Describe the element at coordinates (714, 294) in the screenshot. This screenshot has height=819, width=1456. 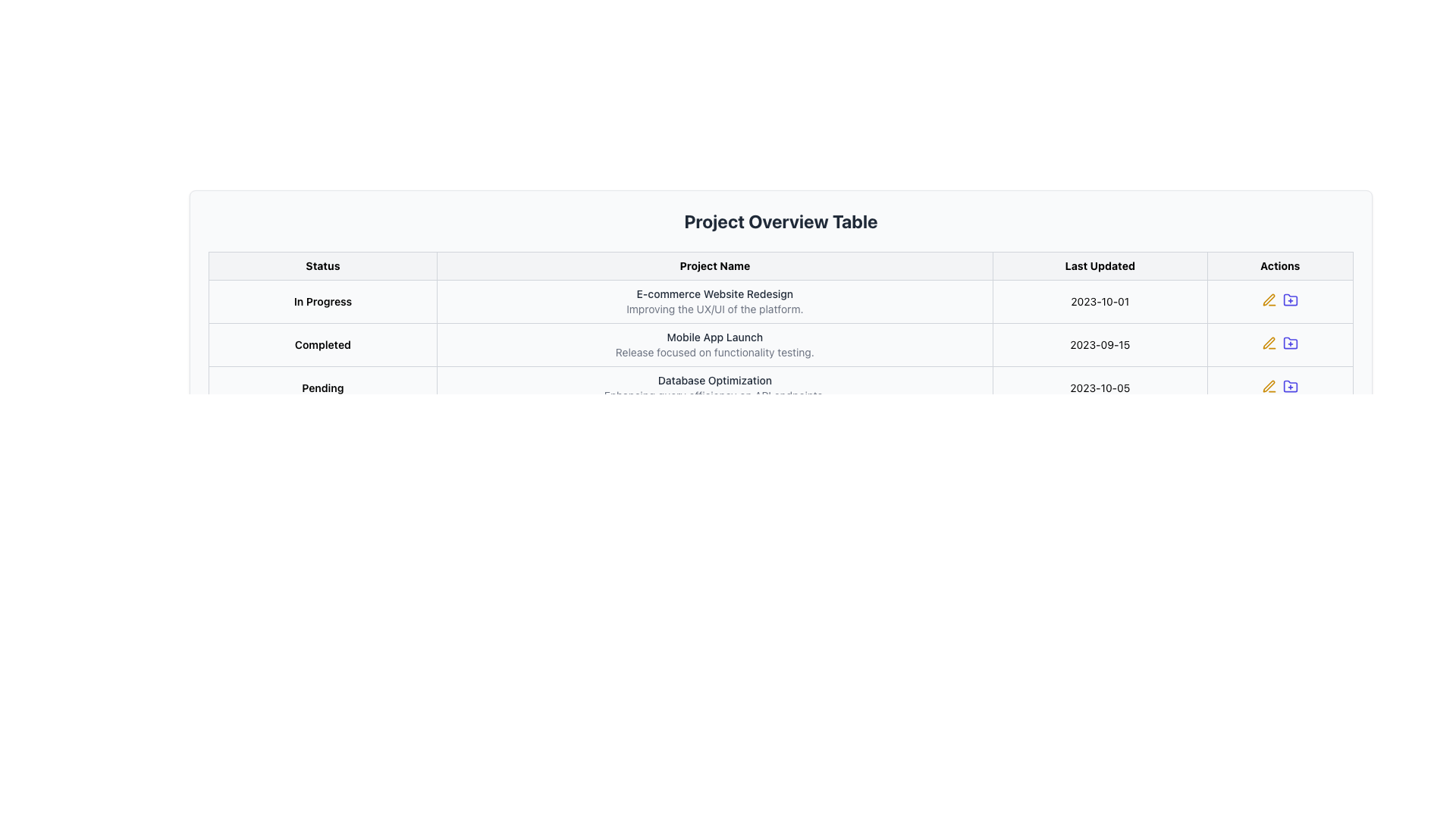
I see `the text element reading 'E-commerce Website Redesign' located in the 'Project Name' column of the table, specifically in the second row` at that location.